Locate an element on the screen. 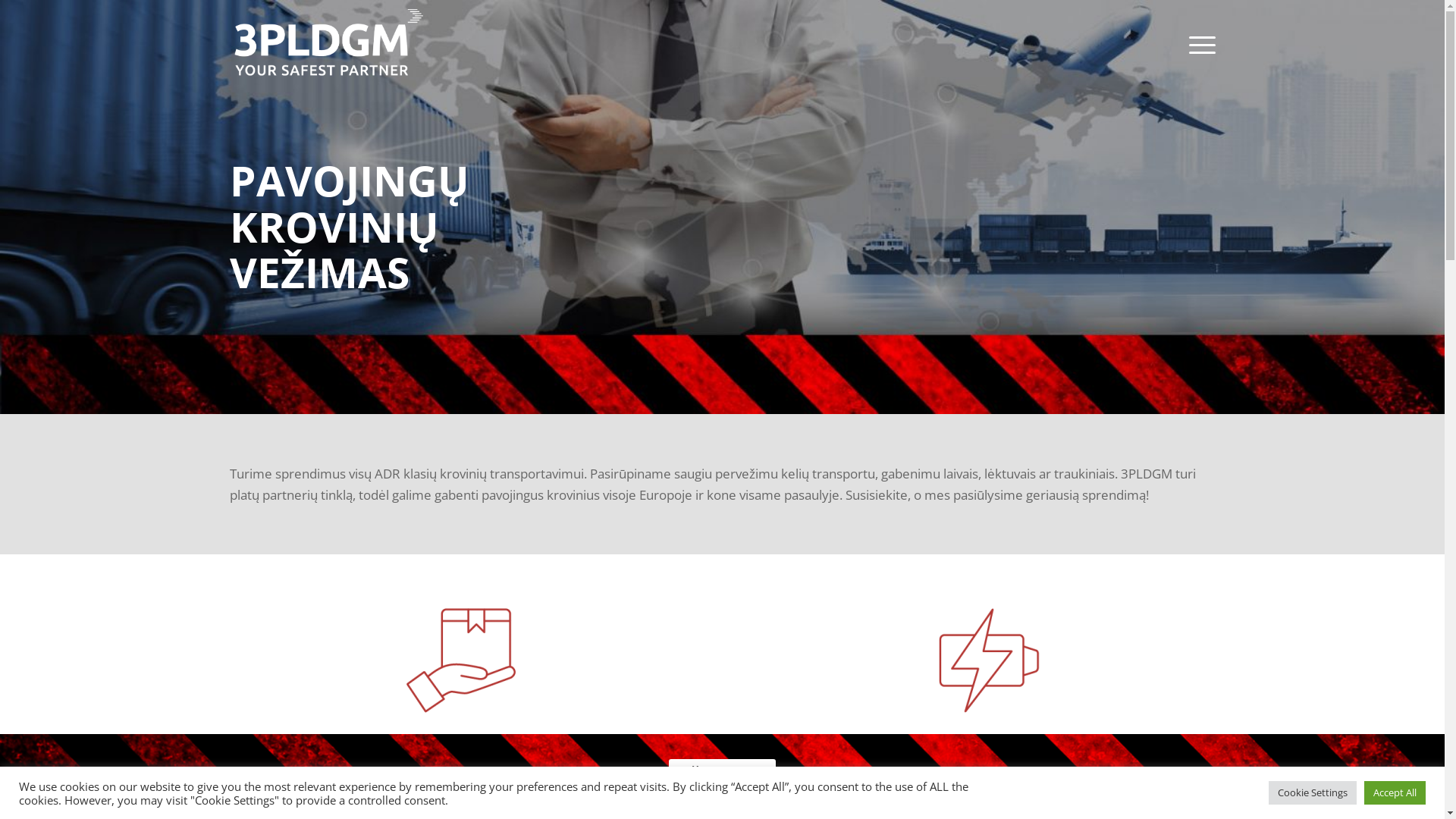 The width and height of the screenshot is (1456, 819). 'City Infrastructure' is located at coordinates (721, 207).